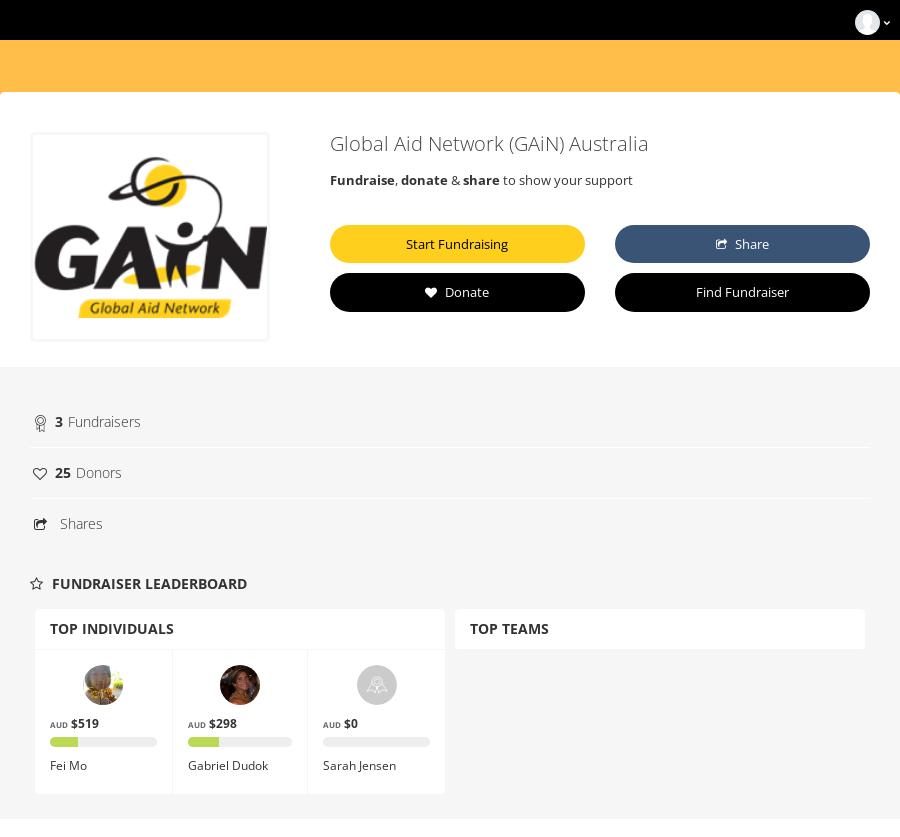 This screenshot has width=900, height=837. I want to click on 'Donors', so click(98, 471).